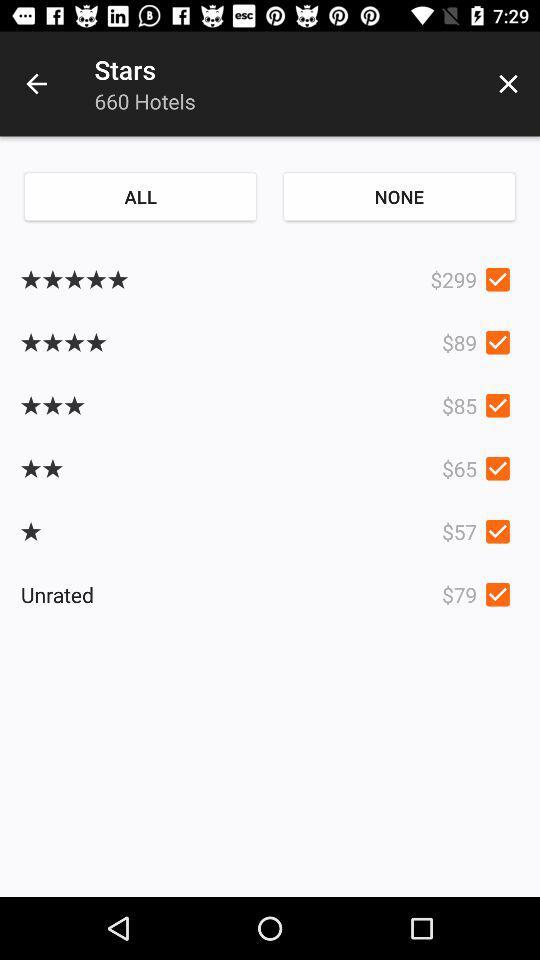 Image resolution: width=540 pixels, height=960 pixels. I want to click on icon next to the all item, so click(399, 196).